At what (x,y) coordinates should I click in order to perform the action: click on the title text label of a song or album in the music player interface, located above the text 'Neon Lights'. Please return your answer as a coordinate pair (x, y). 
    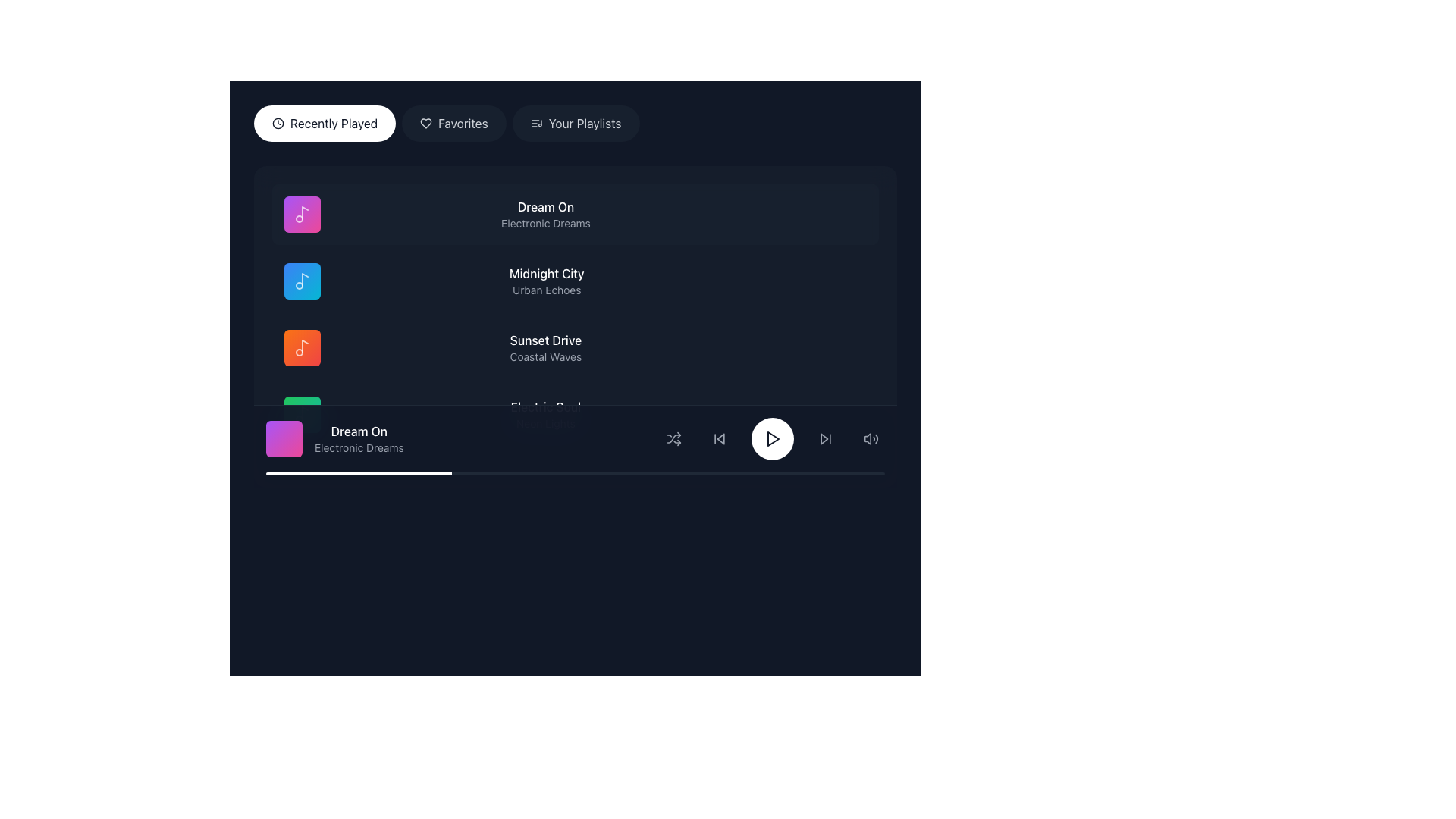
    Looking at the image, I should click on (546, 406).